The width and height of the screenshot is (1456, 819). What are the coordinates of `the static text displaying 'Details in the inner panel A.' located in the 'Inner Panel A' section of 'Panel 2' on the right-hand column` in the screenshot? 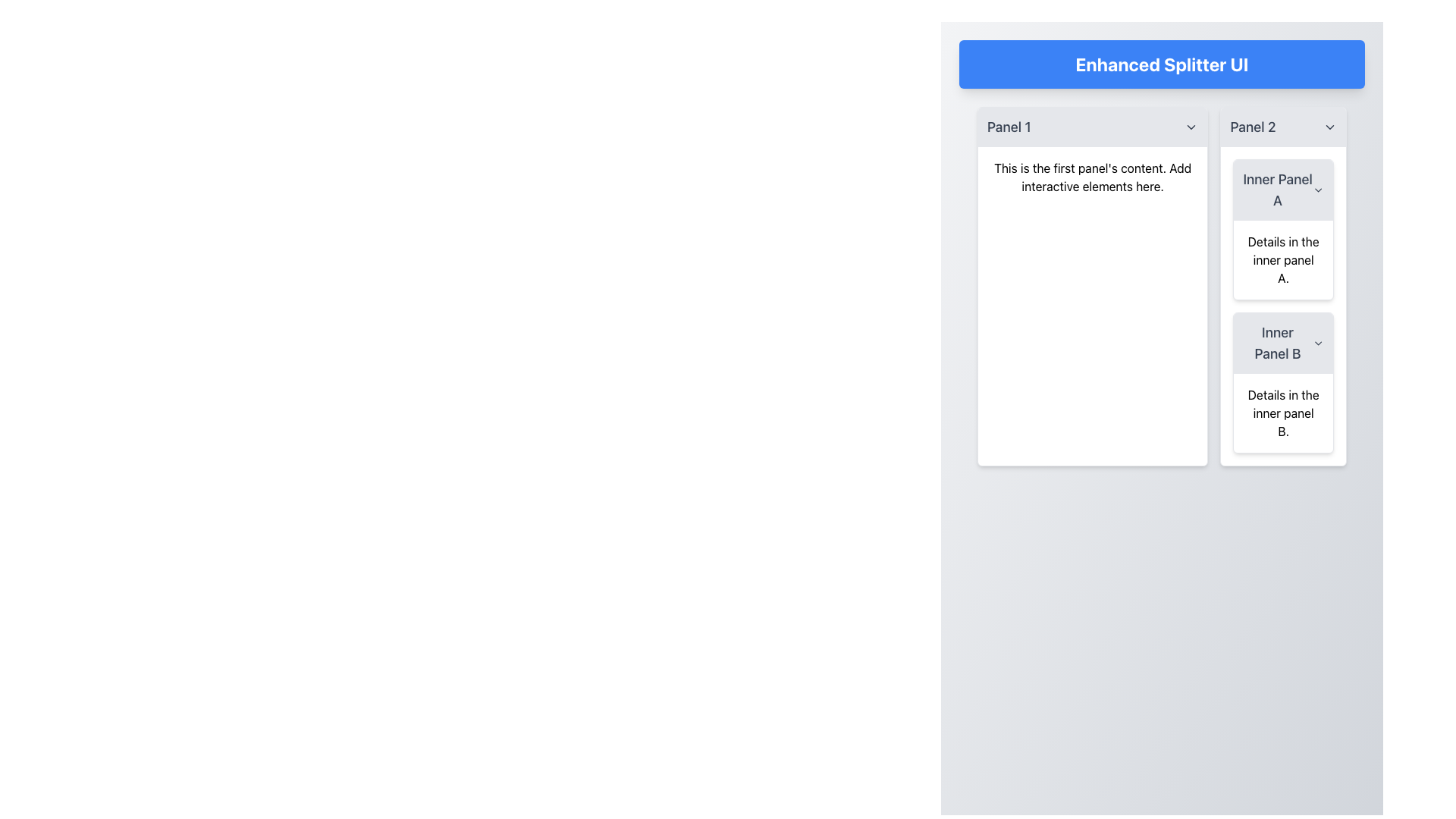 It's located at (1282, 259).